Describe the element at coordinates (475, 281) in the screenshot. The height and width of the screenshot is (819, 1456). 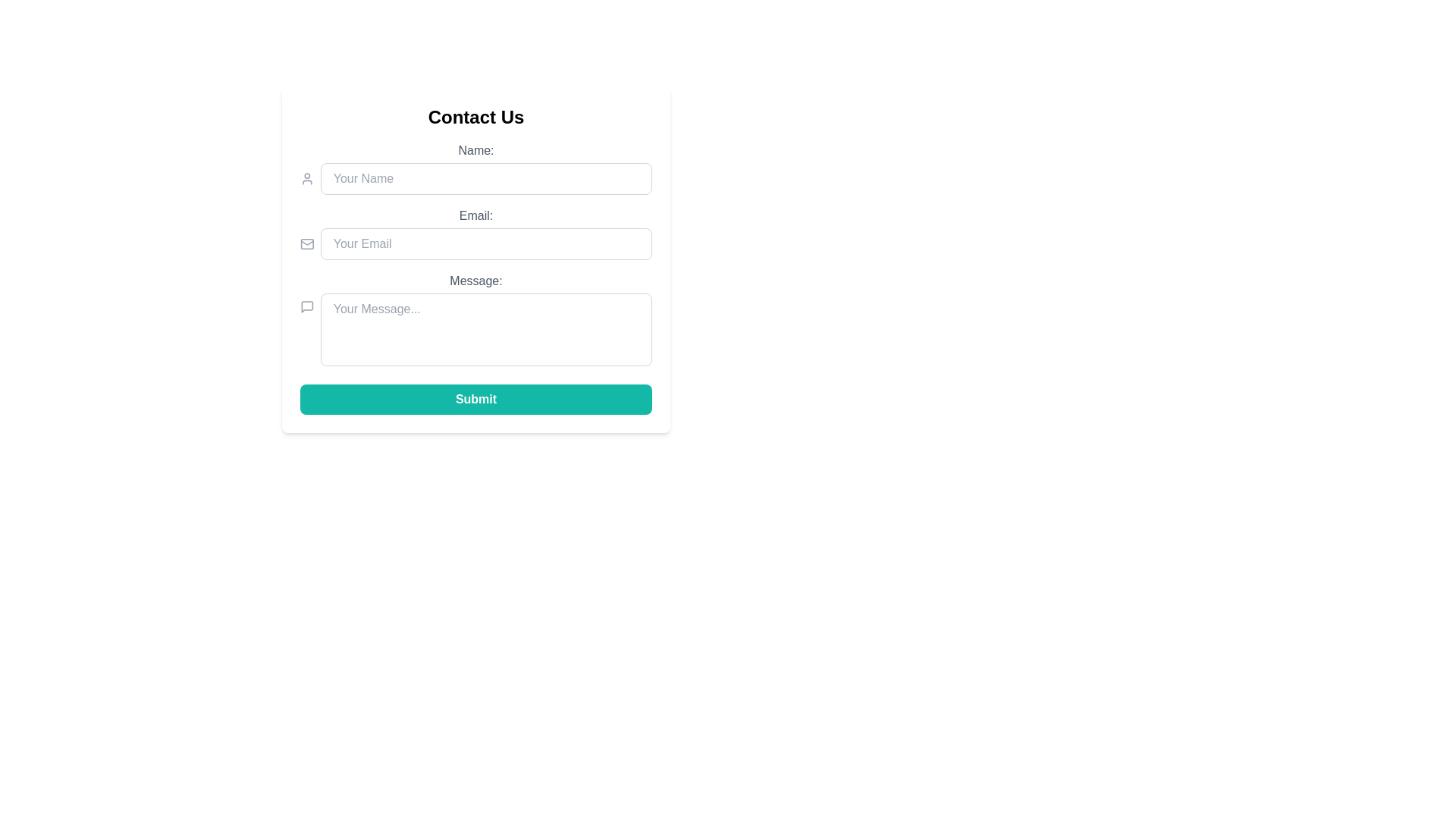
I see `text from the label that says 'Message:' which is styled in gray color and positioned above the large input area in the third section of the contact form` at that location.